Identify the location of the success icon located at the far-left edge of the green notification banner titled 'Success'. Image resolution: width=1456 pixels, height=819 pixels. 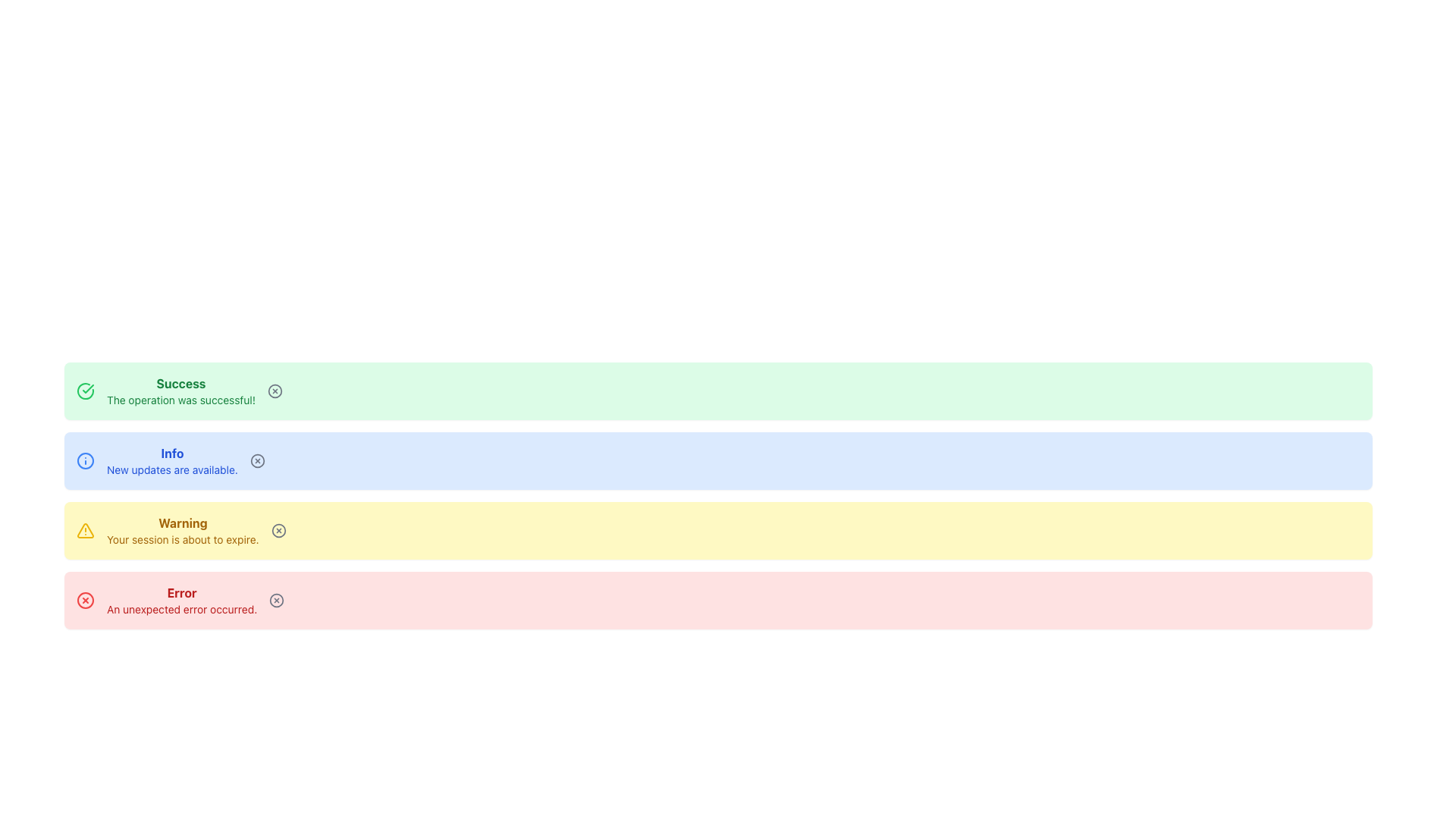
(85, 391).